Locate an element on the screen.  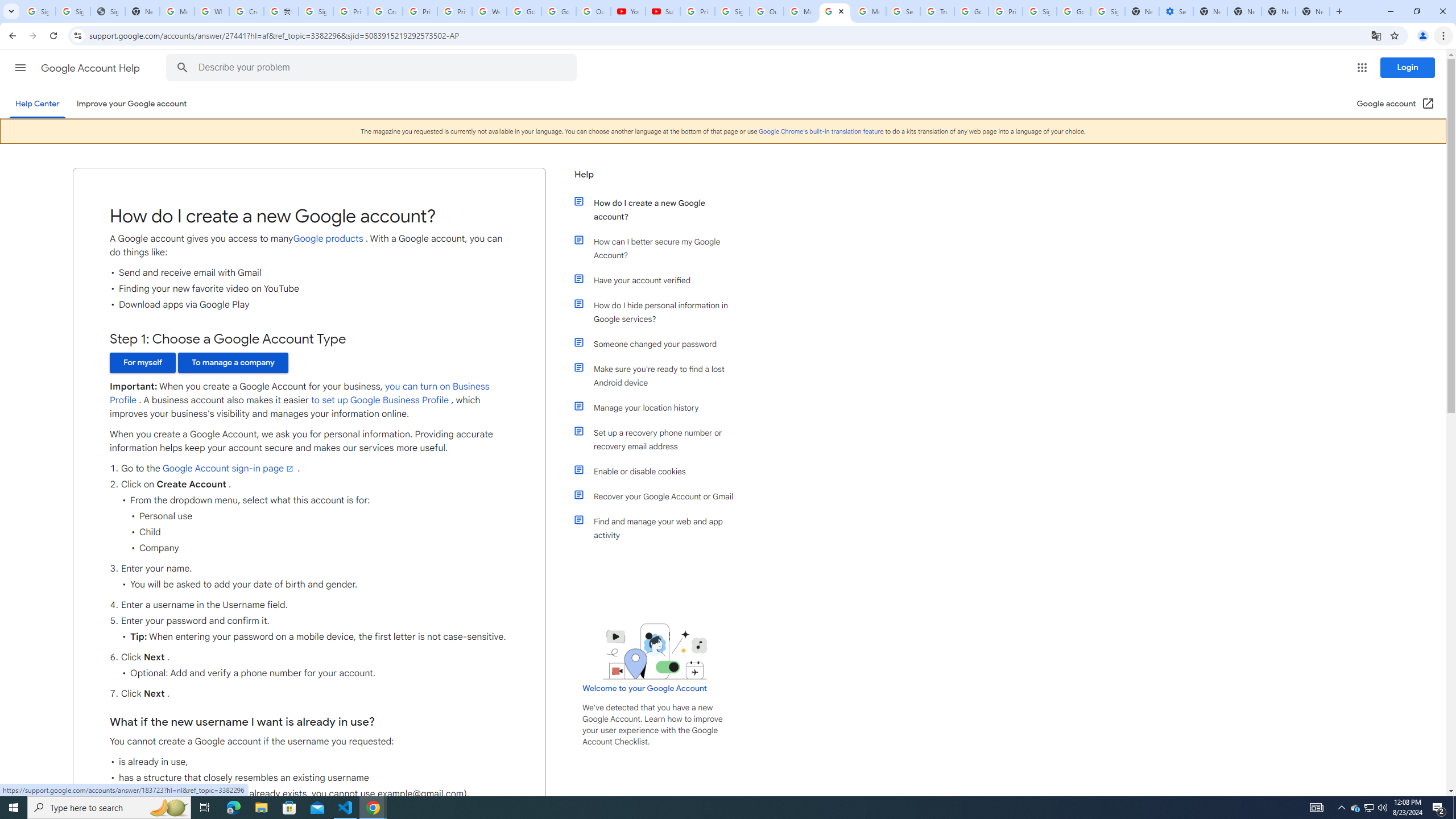
'Main menu' is located at coordinates (19, 67).